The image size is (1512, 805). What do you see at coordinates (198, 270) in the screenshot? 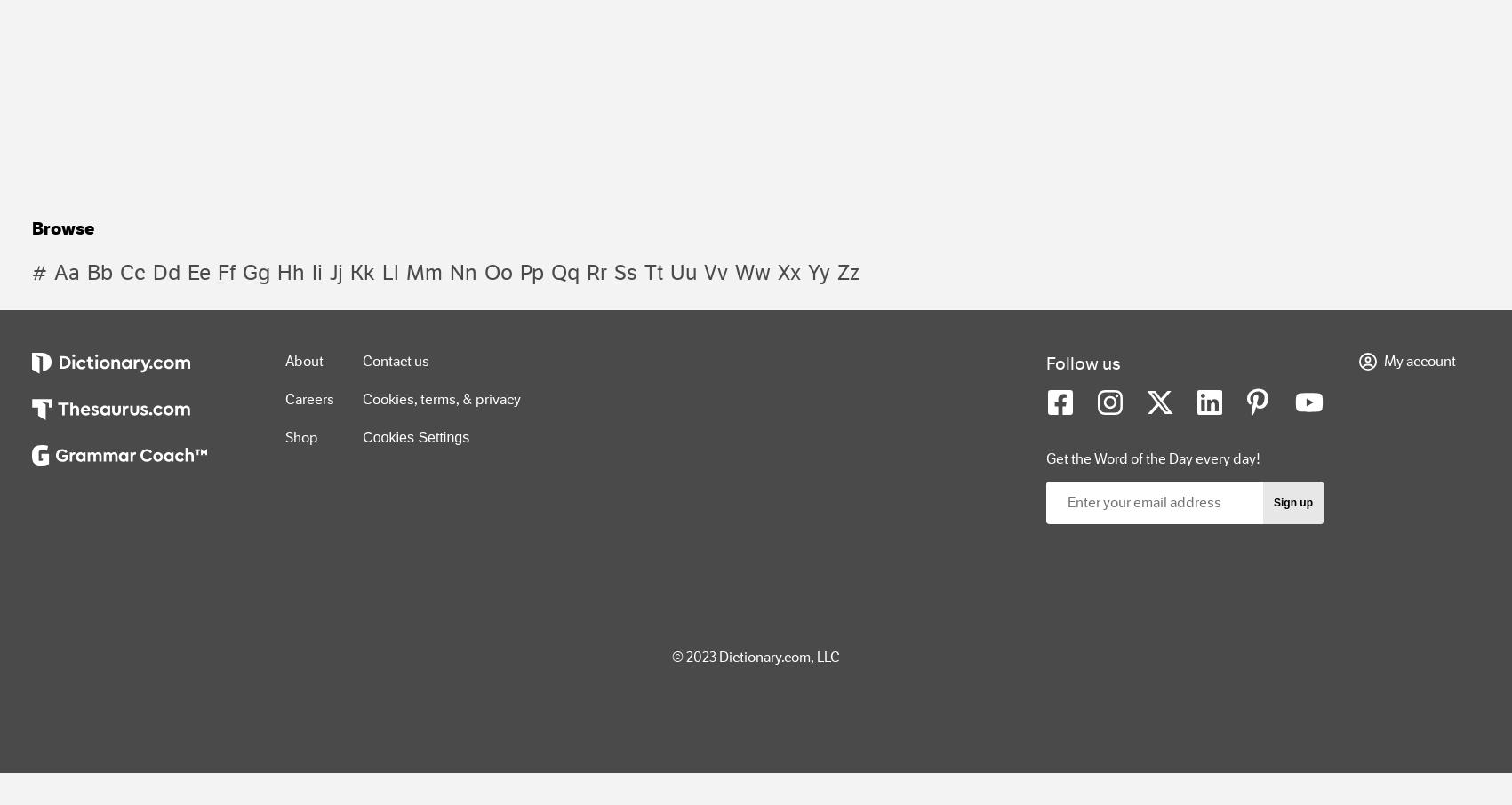
I see `'ee'` at bounding box center [198, 270].